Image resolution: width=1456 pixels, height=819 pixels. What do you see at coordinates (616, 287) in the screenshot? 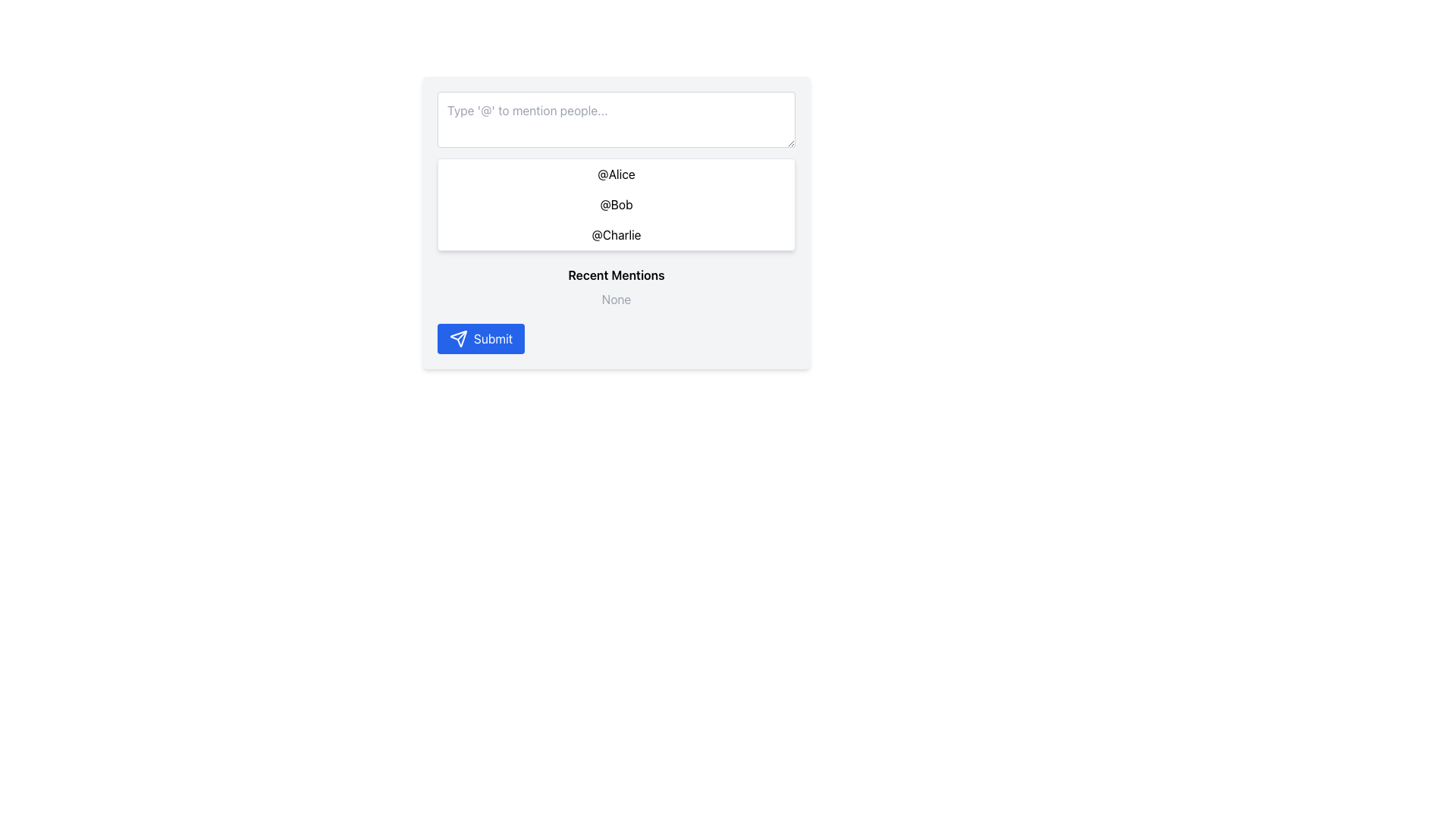
I see `static text label displaying recent mentions, which currently shows 'None', located below the '@Alice', '@Bob', and '@Charlie' section and above the 'Submit' button` at bounding box center [616, 287].